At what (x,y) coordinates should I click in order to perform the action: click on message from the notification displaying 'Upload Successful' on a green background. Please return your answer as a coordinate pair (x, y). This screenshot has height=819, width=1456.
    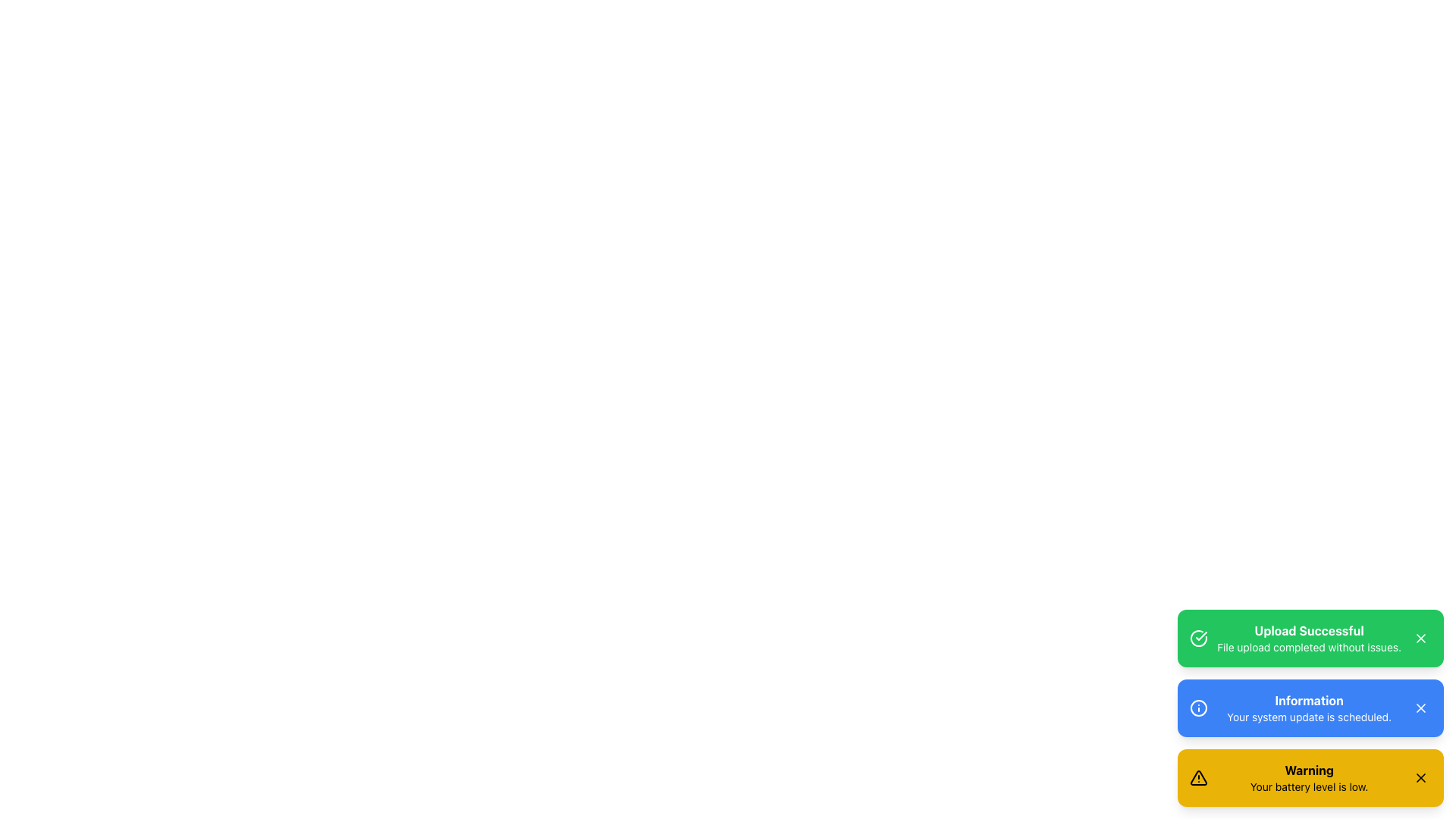
    Looking at the image, I should click on (1308, 638).